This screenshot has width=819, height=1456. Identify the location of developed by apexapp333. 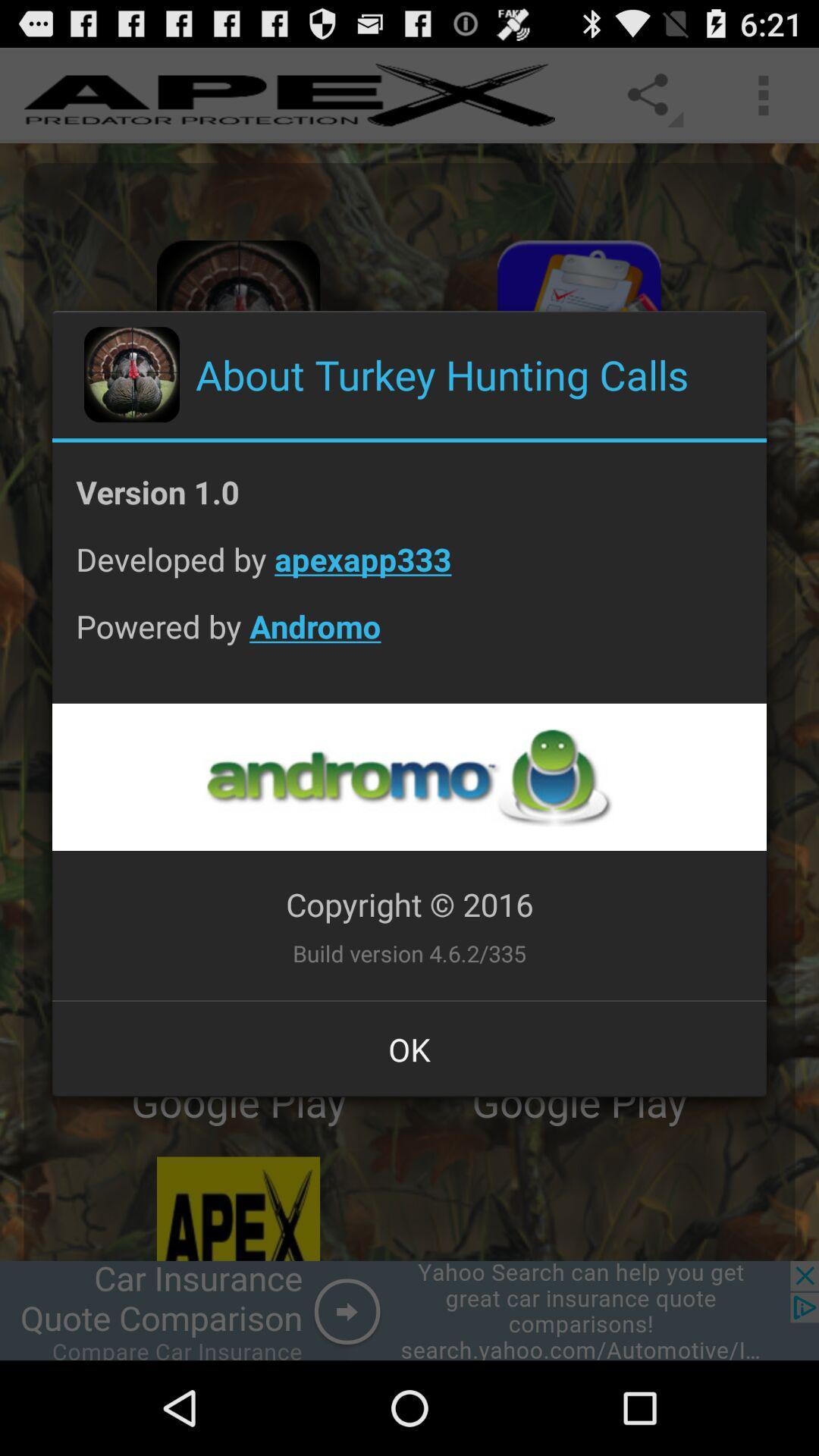
(409, 570).